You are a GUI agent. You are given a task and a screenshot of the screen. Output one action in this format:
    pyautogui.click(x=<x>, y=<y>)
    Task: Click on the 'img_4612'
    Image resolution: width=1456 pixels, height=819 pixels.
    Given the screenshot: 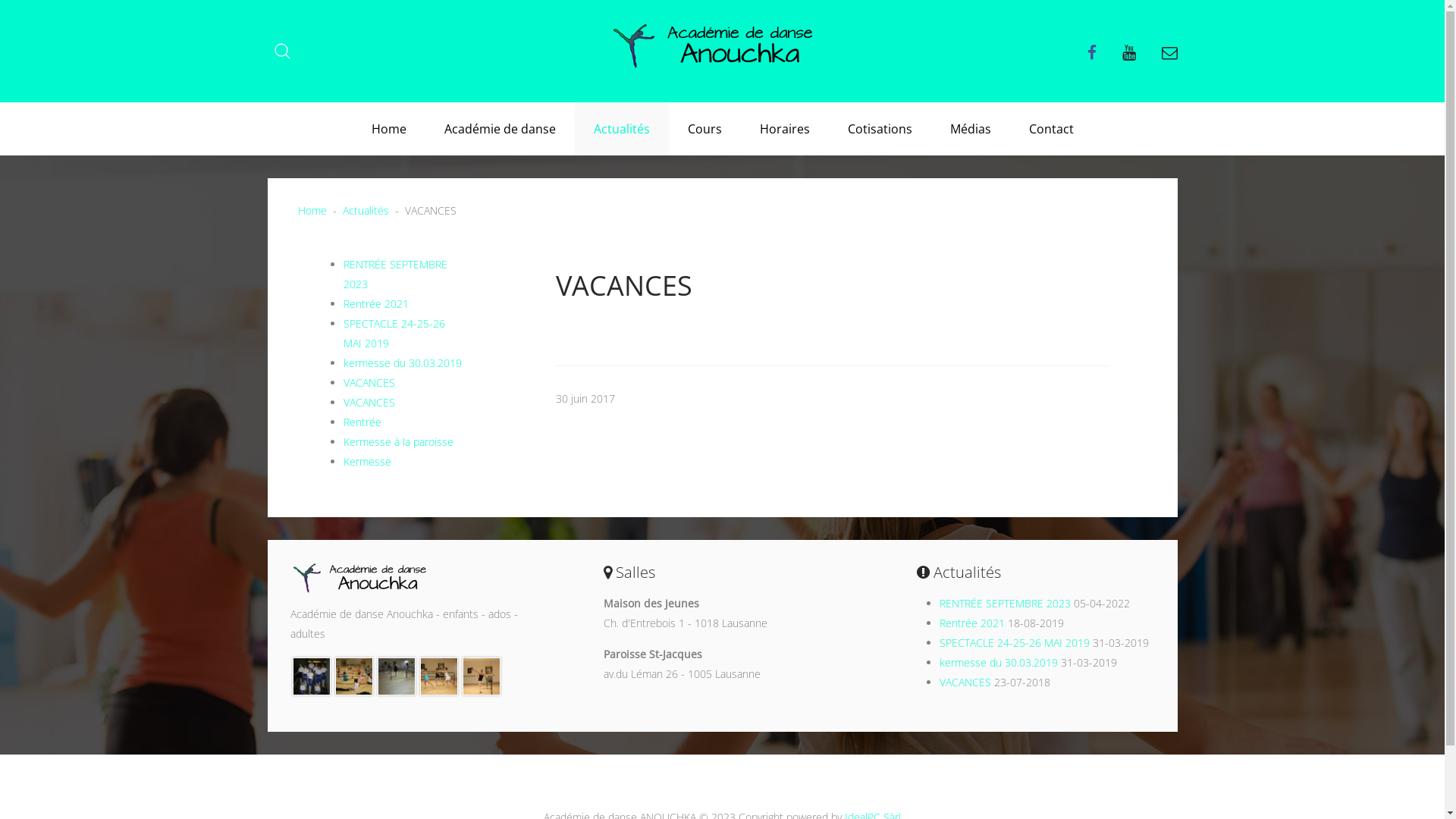 What is the action you would take?
    pyautogui.click(x=311, y=674)
    